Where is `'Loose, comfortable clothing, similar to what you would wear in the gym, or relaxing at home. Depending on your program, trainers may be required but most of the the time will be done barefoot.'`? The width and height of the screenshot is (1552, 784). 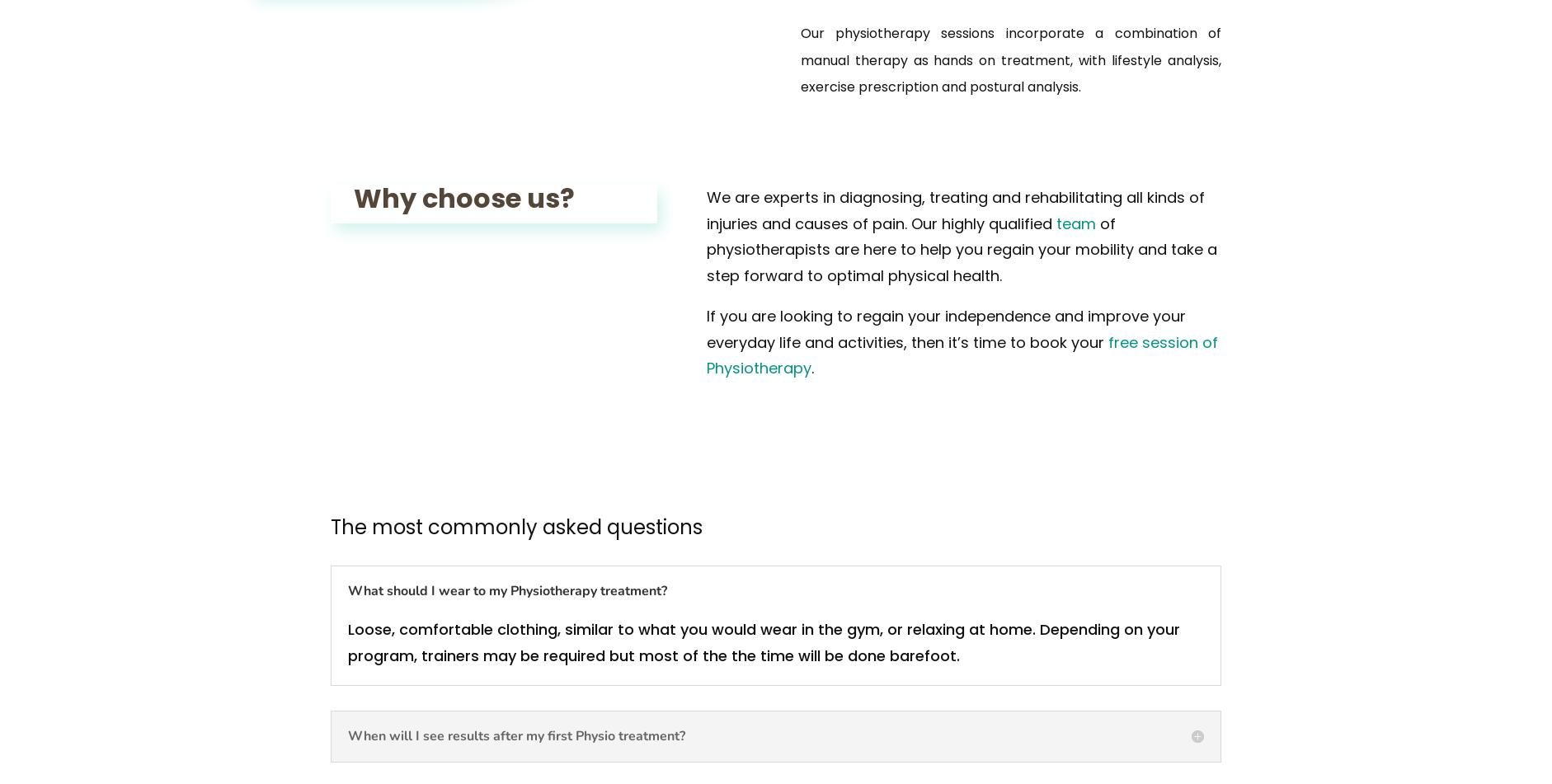
'Loose, comfortable clothing, similar to what you would wear in the gym, or relaxing at home. Depending on your program, trainers may be required but most of the the time will be done barefoot.' is located at coordinates (764, 641).